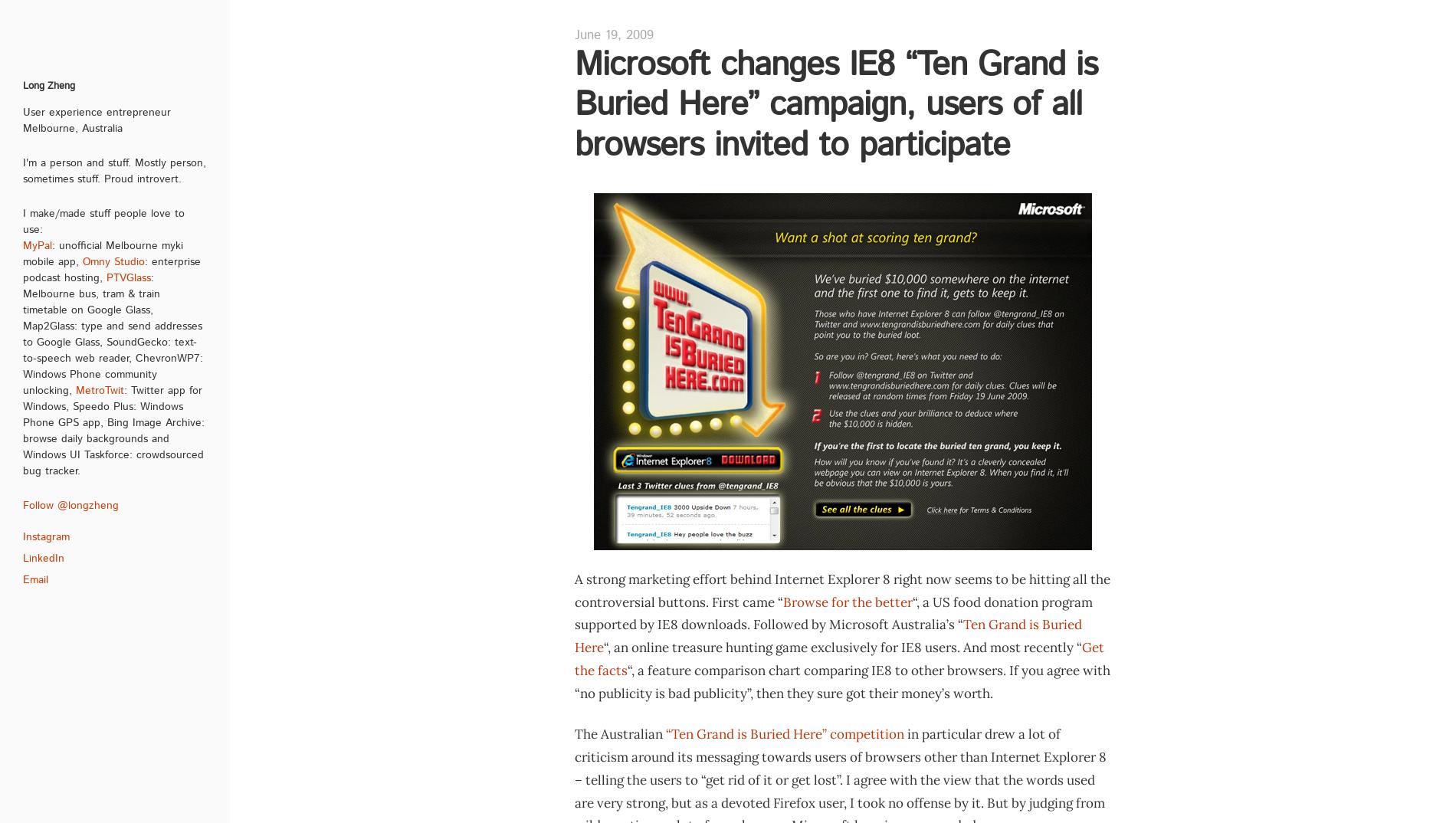 Image resolution: width=1456 pixels, height=823 pixels. Describe the element at coordinates (44, 557) in the screenshot. I see `'LinkedIn'` at that location.